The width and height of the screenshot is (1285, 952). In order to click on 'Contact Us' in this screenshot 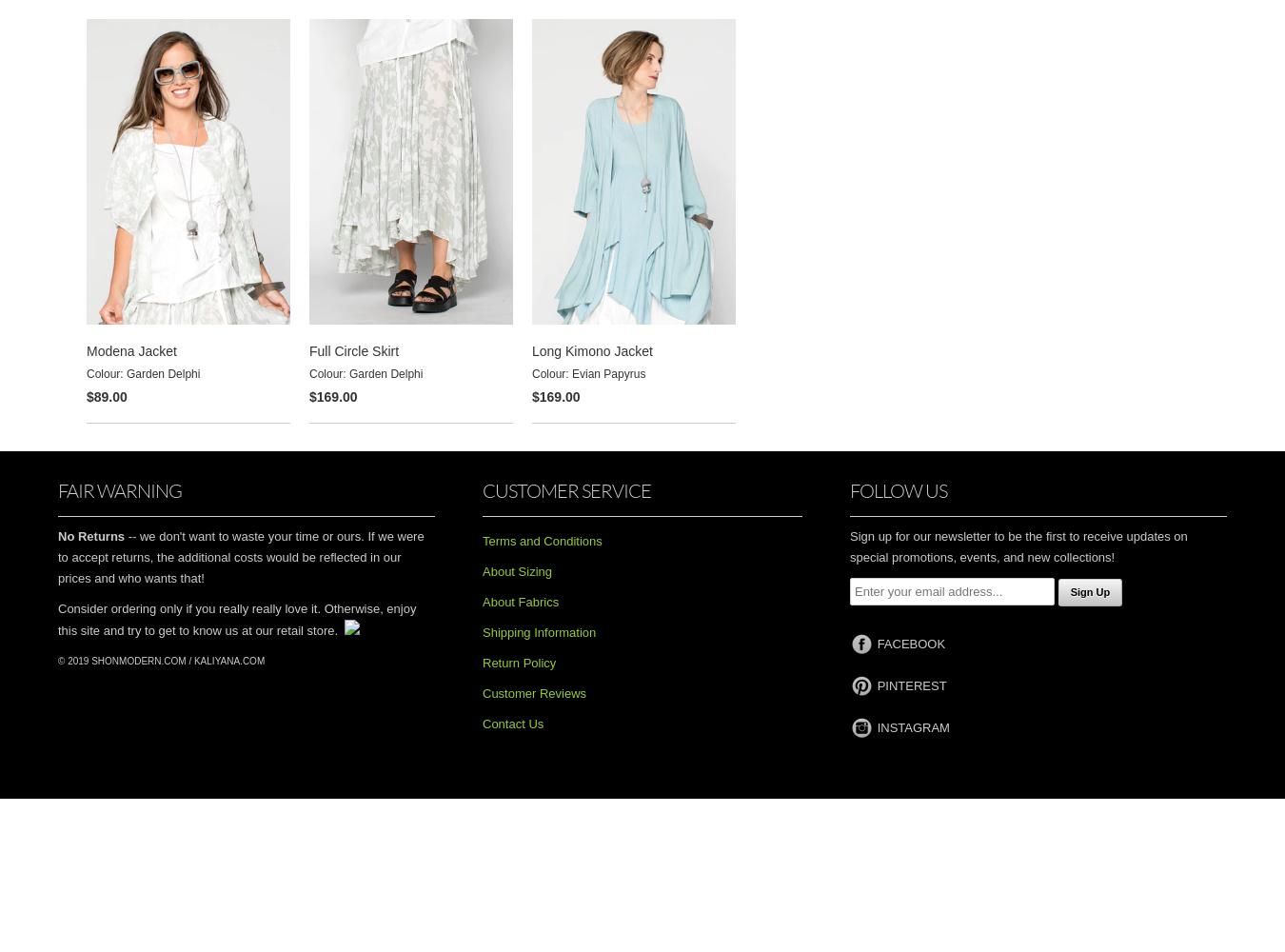, I will do `click(512, 723)`.